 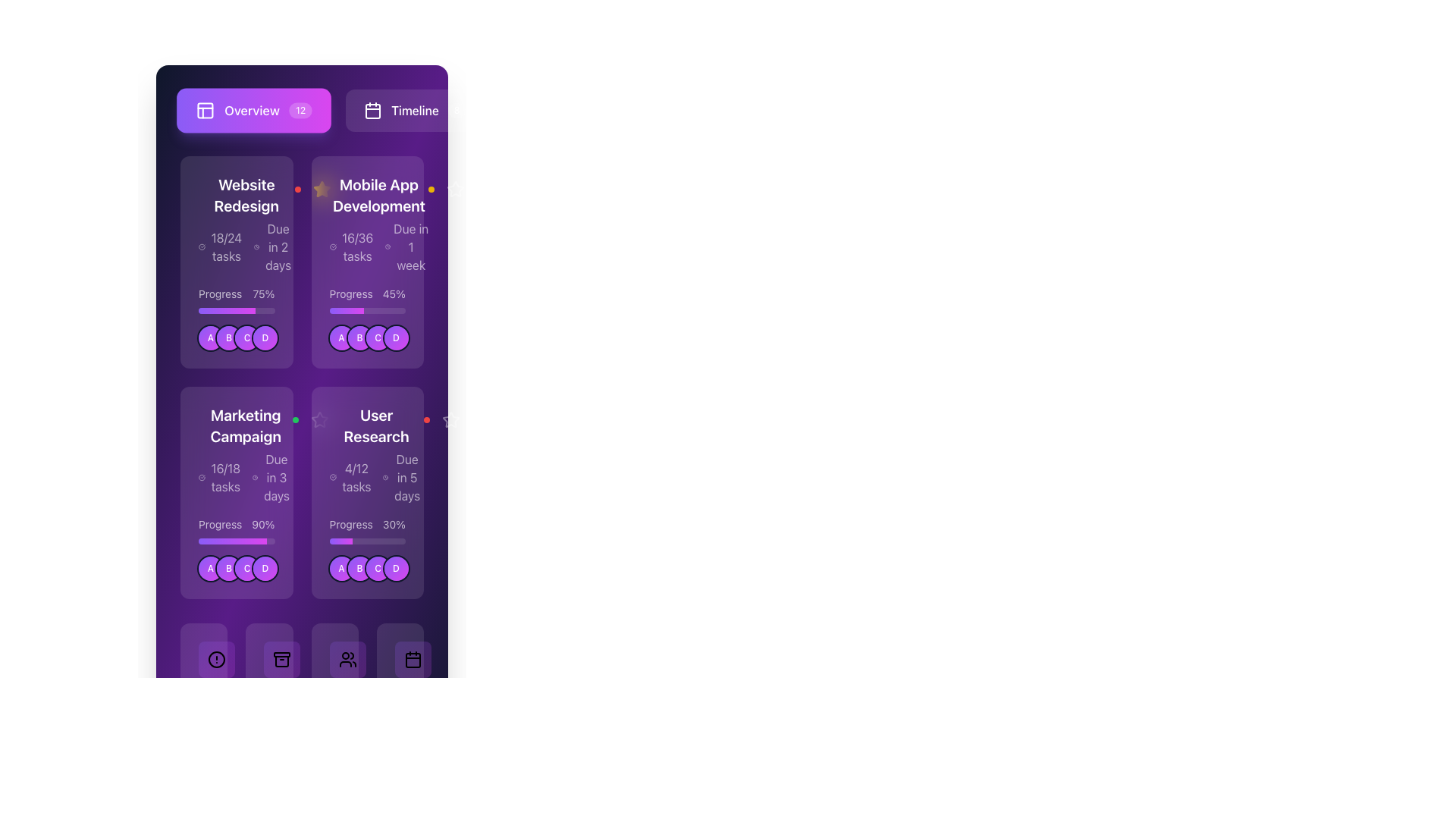 What do you see at coordinates (236, 540) in the screenshot?
I see `the progress bar located in the 'Marketing Campaign' section, which visually indicates 90% completion, positioned below the text 'Progress 90%' and above buttons A, B, C, and D` at bounding box center [236, 540].